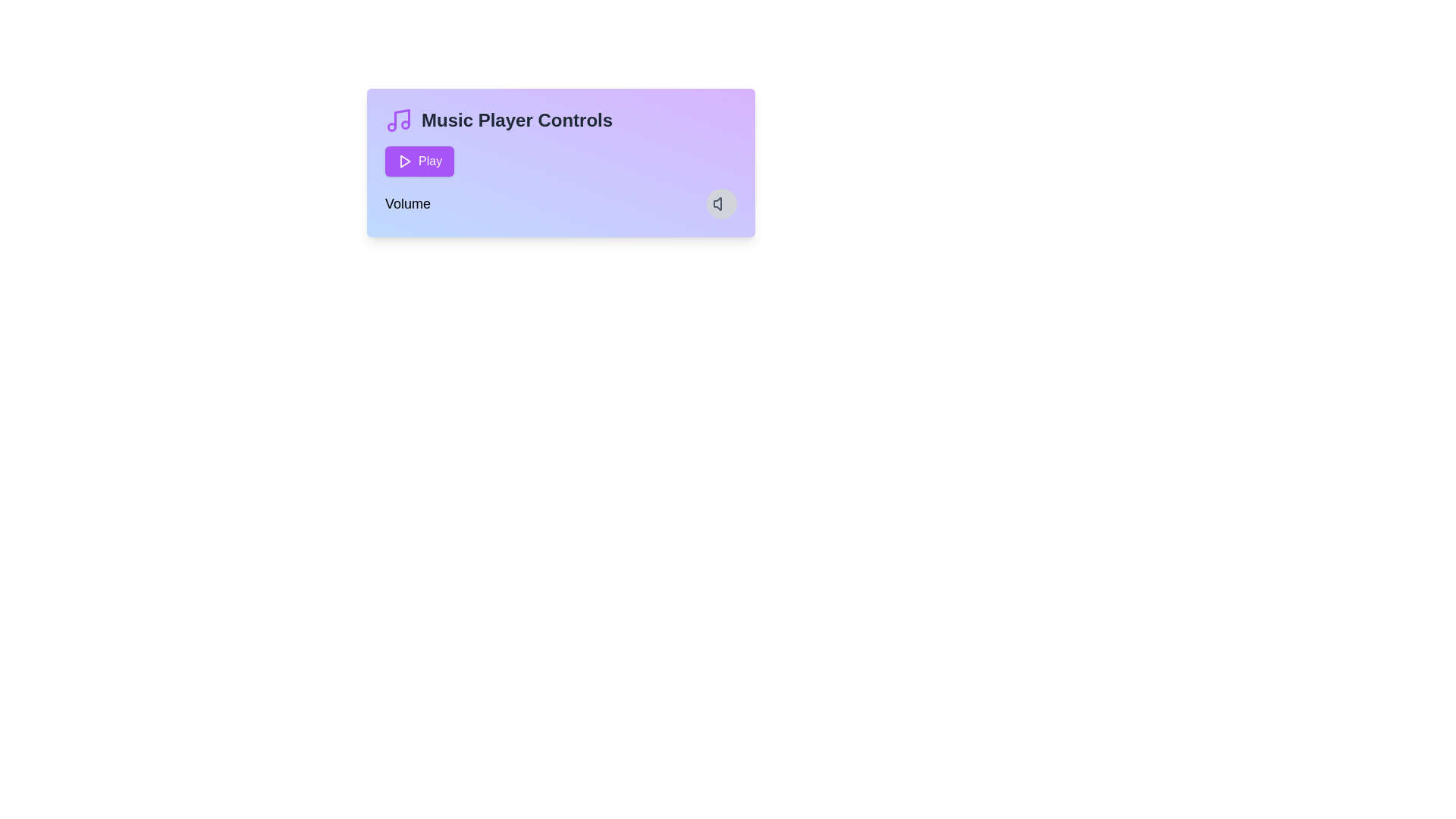  Describe the element at coordinates (429, 161) in the screenshot. I see `the 'Play' label which is displayed in white color inside a purple button, located under the 'Music Player Controls' heading` at that location.